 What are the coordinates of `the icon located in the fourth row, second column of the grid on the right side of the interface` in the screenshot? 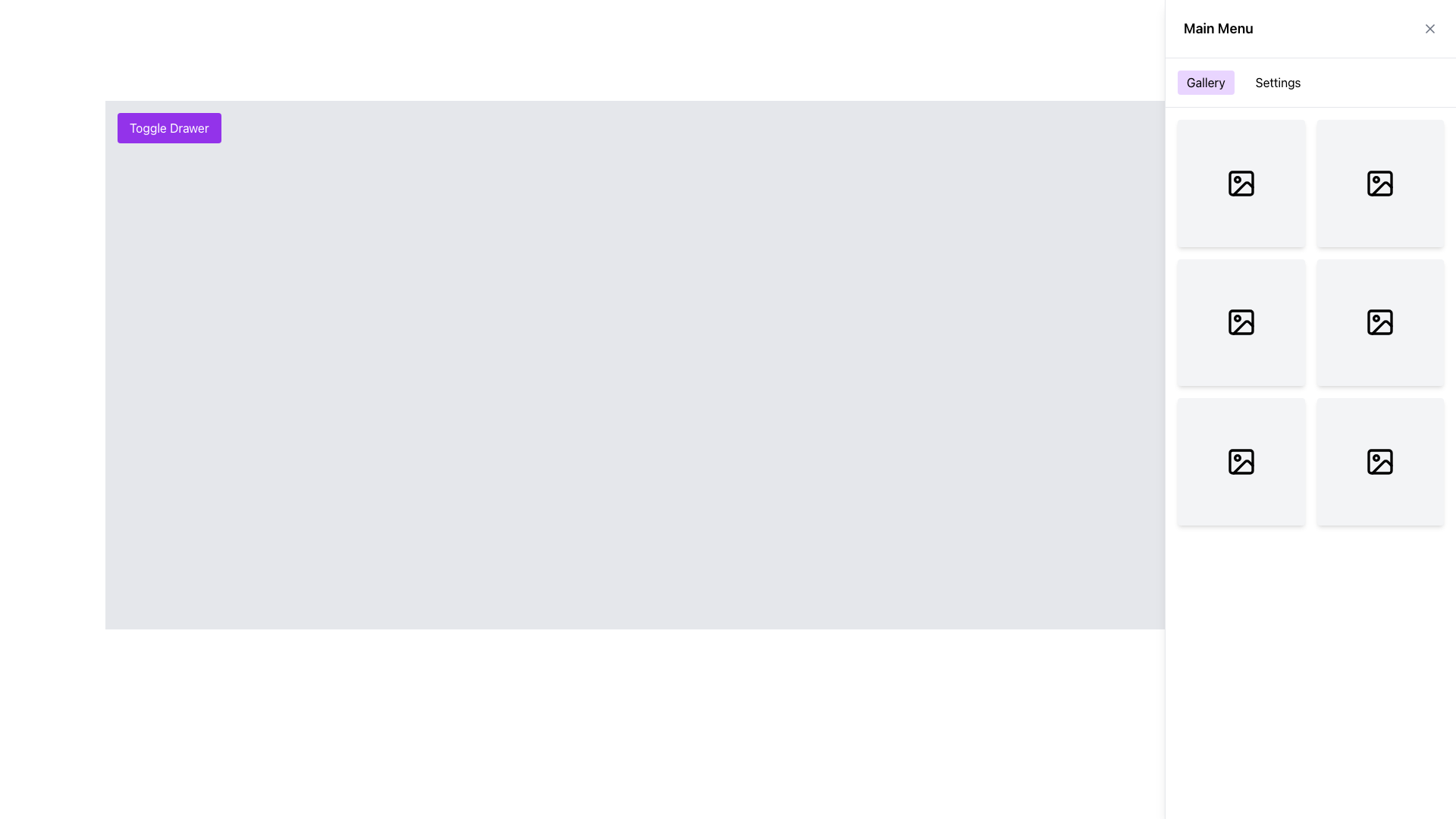 It's located at (1241, 460).